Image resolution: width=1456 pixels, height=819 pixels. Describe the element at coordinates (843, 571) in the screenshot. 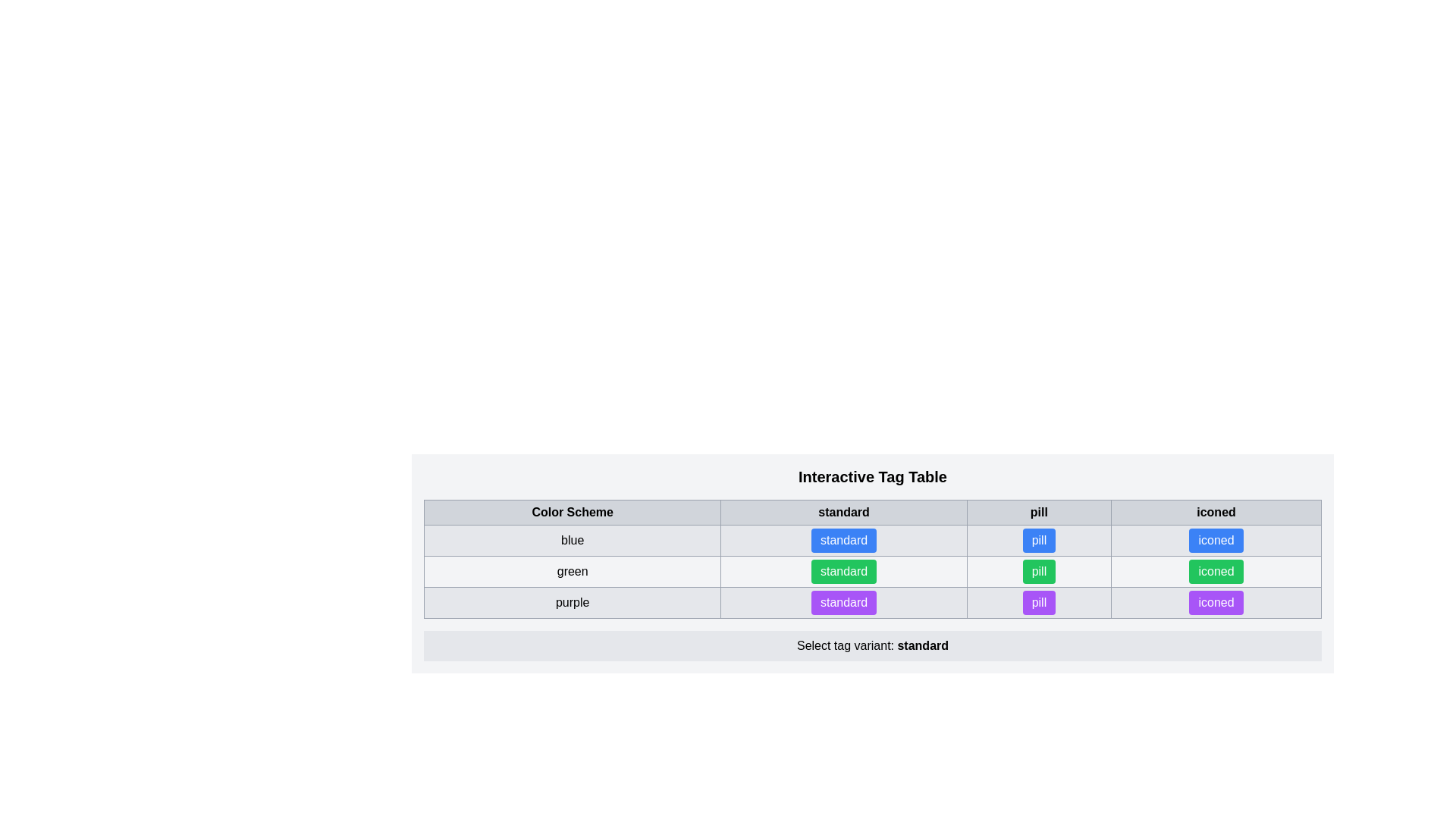

I see `the button that activates the 'standard' tag variant associated with the green color scheme, located in the second row of the table under the 'standard' column and aligned with the 'green' row header` at that location.